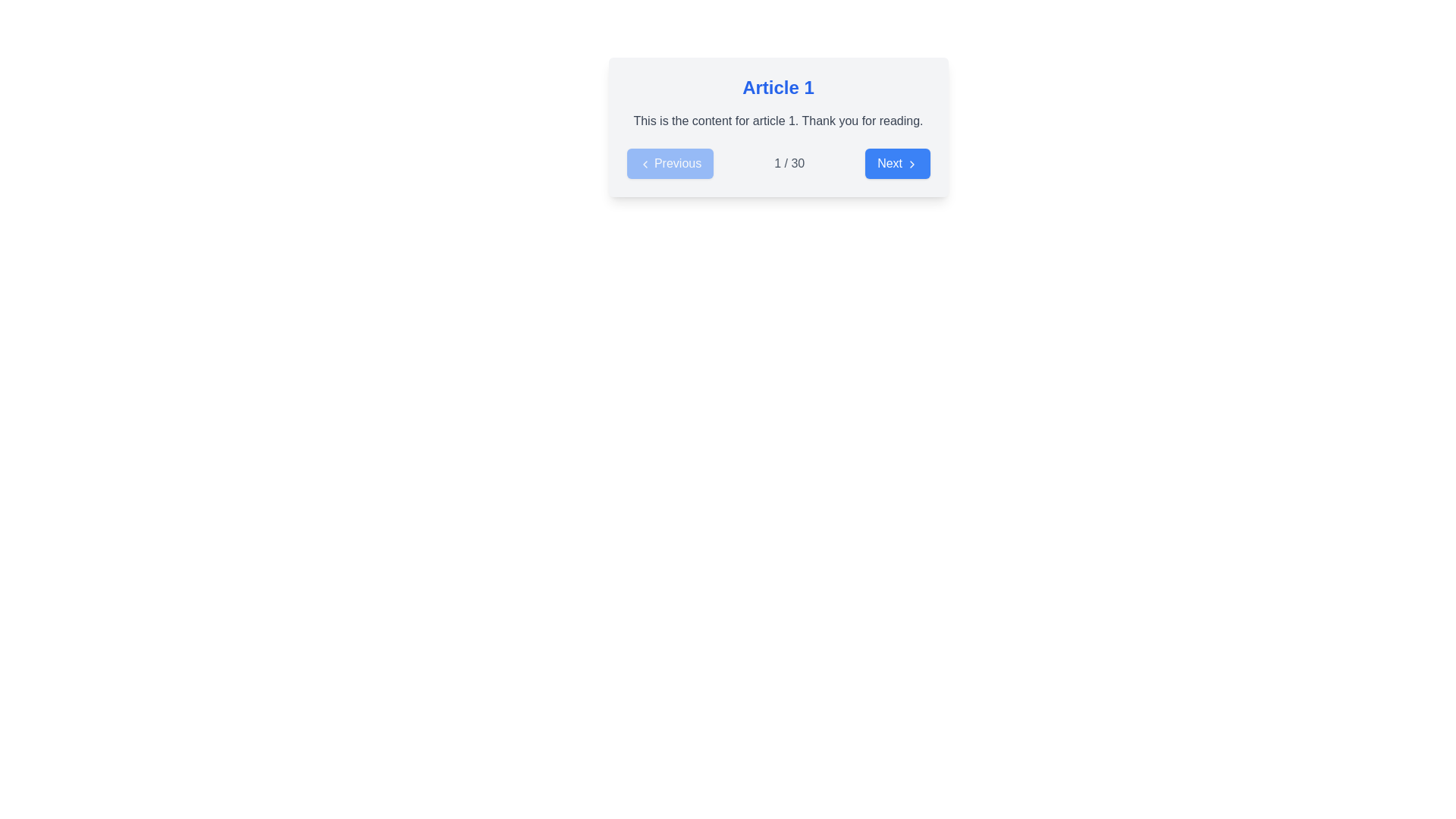 This screenshot has width=1456, height=819. I want to click on the 'Previous' button located in the bottom left corner of the navigation panel, so click(669, 164).